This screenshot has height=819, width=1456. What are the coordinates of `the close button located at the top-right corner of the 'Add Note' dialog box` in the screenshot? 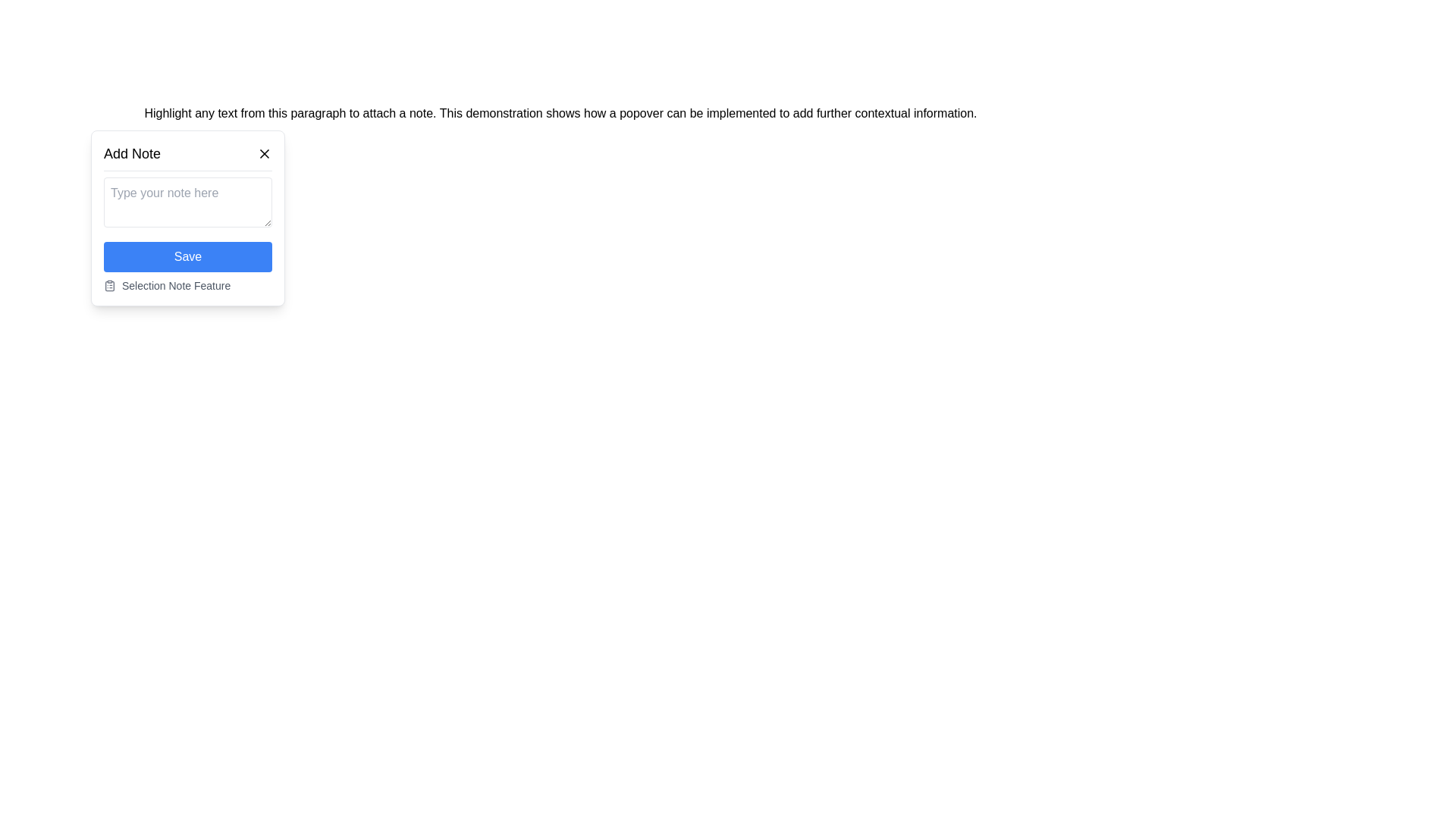 It's located at (265, 154).